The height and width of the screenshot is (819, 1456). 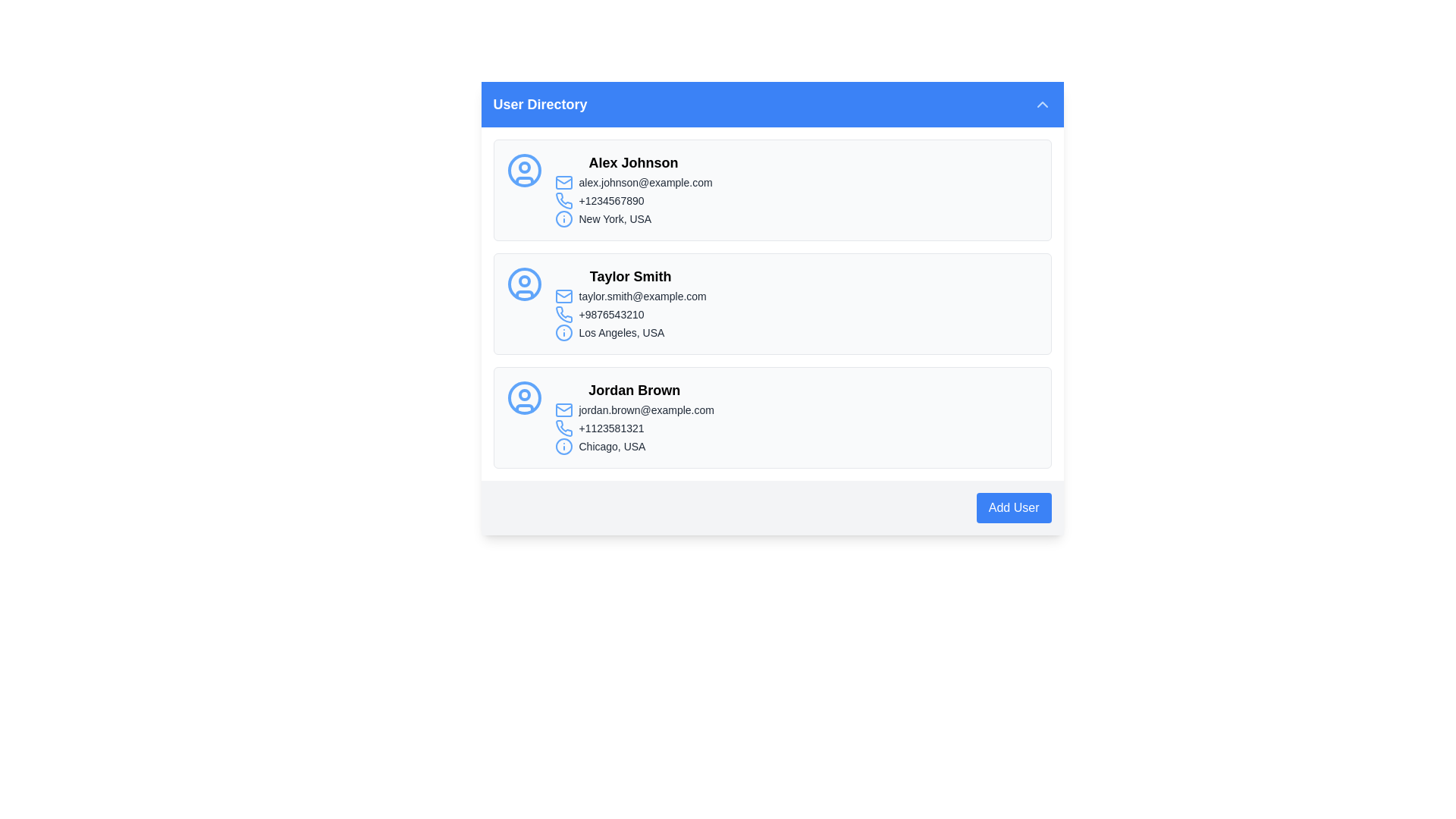 I want to click on the blue phone icon in the topmost user information card, located to the left of the phone number '+1234567890', so click(x=563, y=200).